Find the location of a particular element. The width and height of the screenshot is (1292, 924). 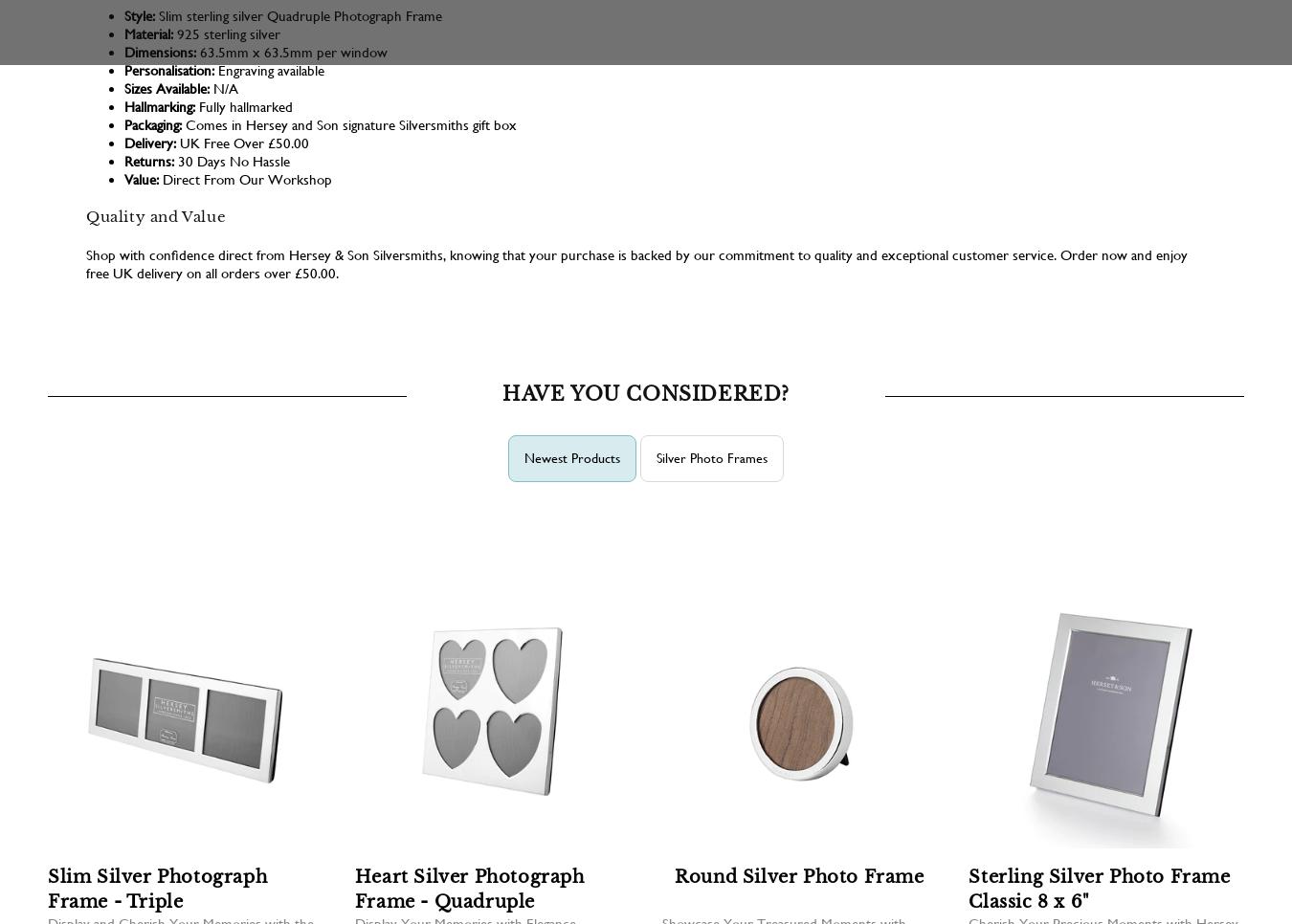

'Direct From Our Workshop' is located at coordinates (244, 179).